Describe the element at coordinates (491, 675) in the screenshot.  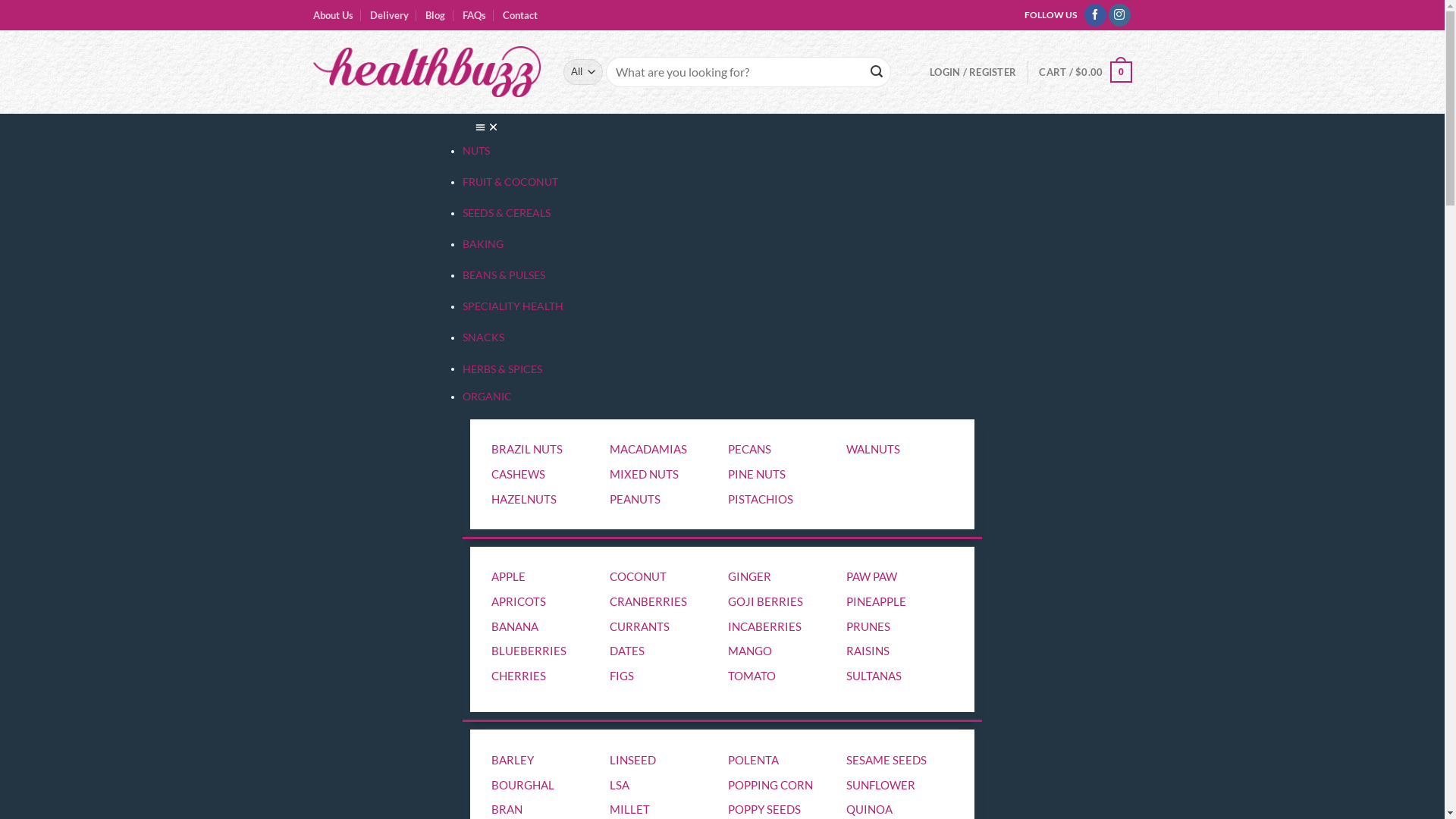
I see `'CHERRIES'` at that location.